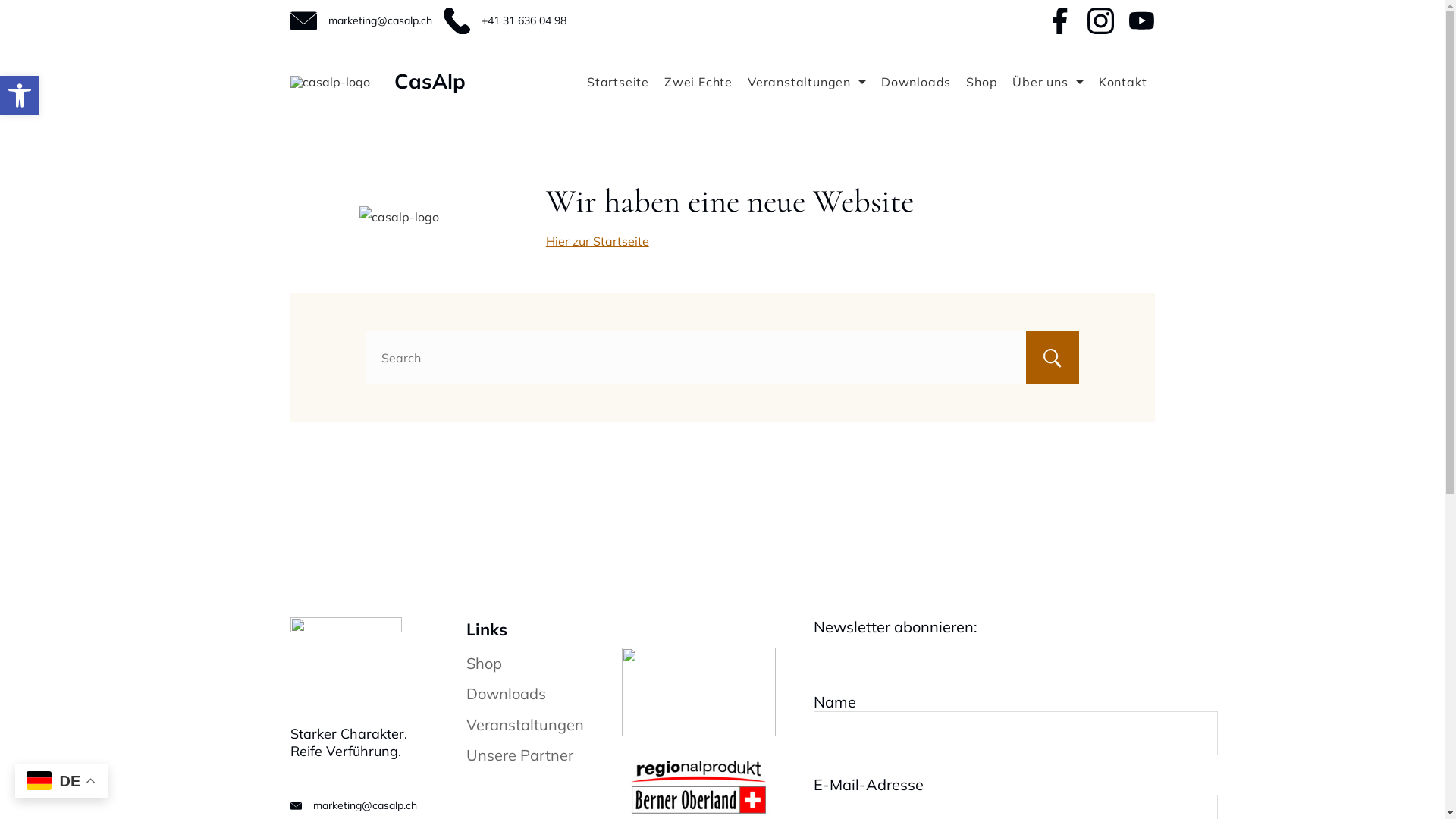  Describe the element at coordinates (519, 755) in the screenshot. I see `'Unsere Partner'` at that location.